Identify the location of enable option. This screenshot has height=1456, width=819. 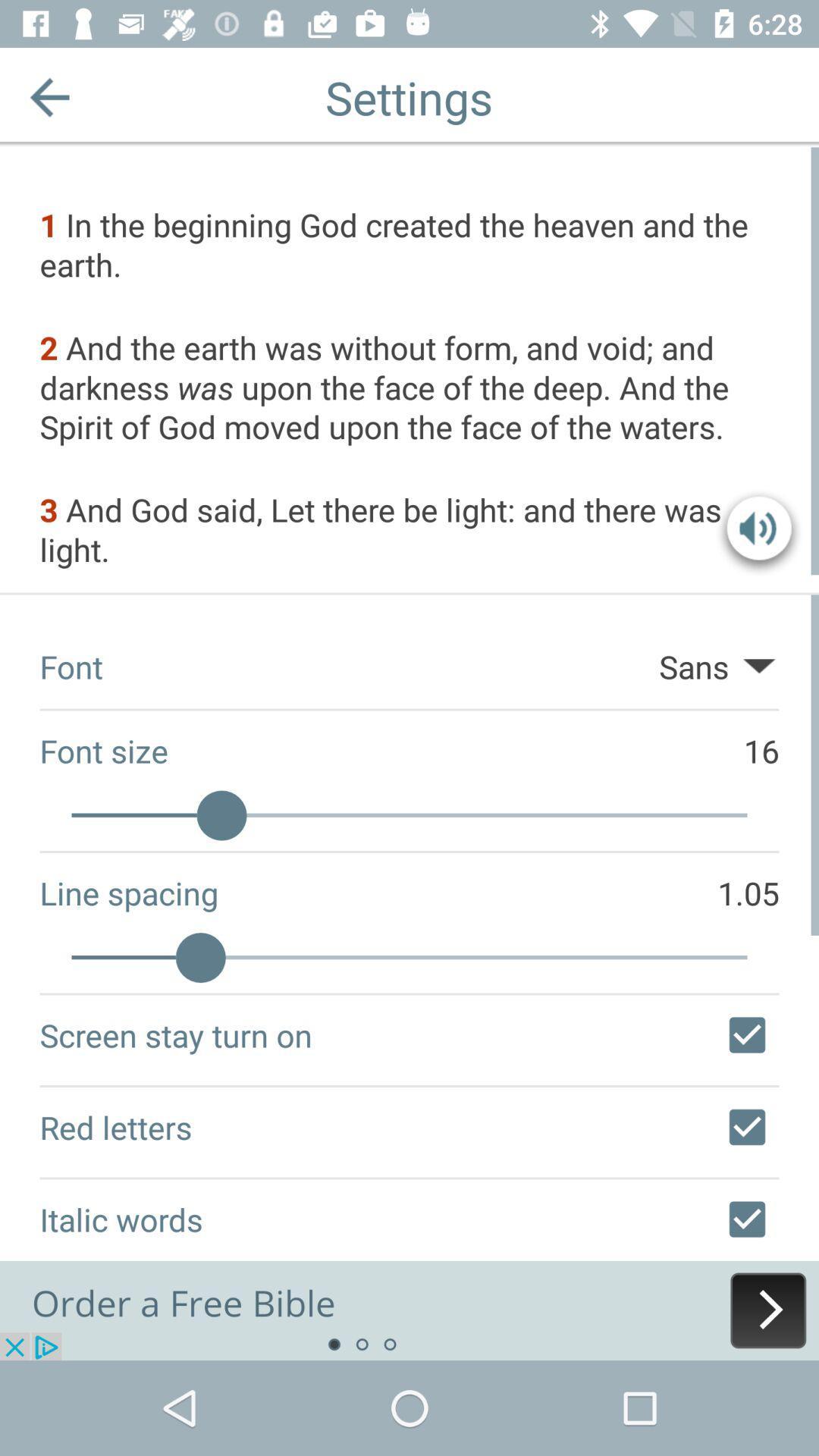
(746, 1034).